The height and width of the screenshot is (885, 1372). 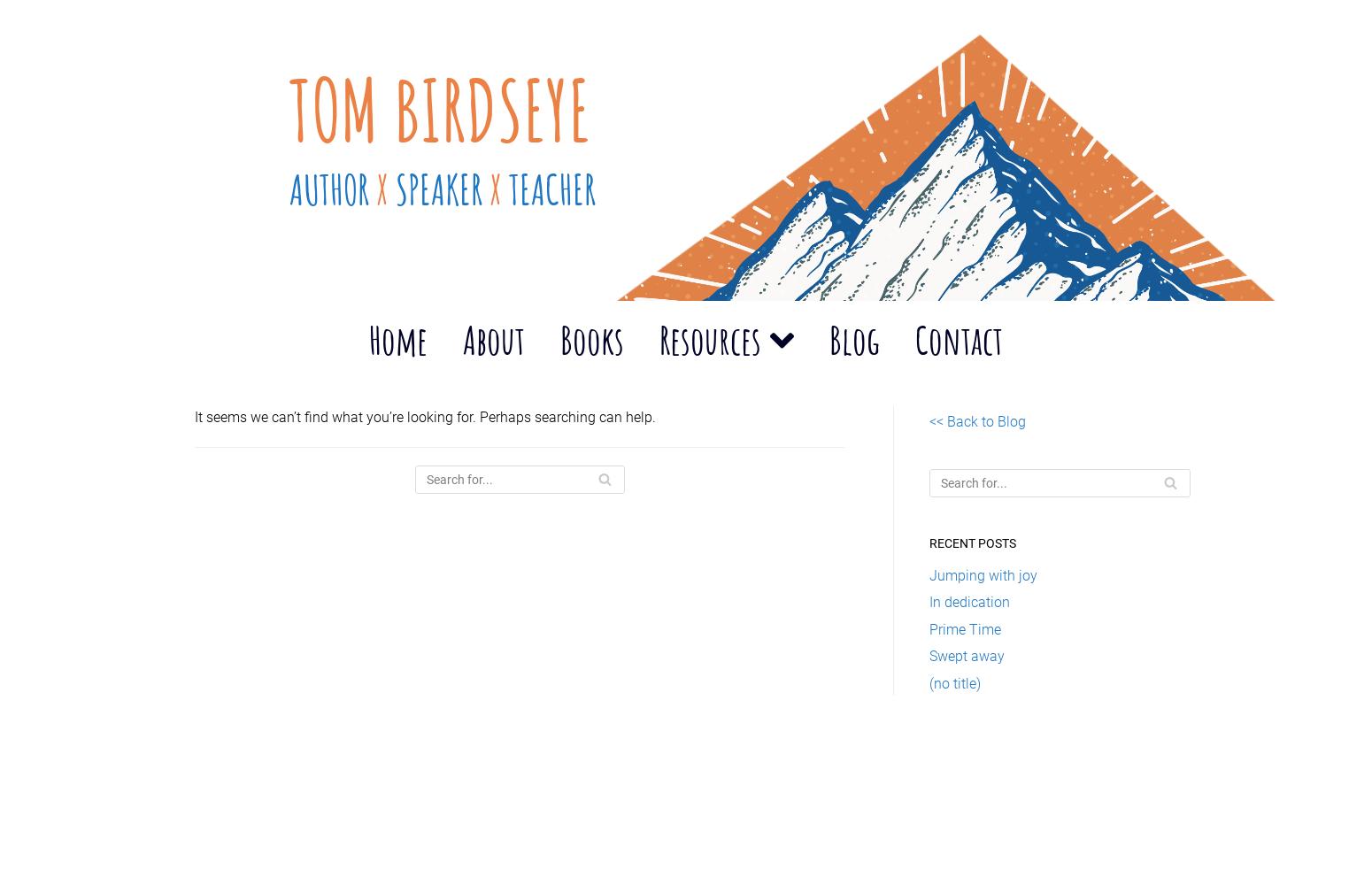 What do you see at coordinates (461, 339) in the screenshot?
I see `'About'` at bounding box center [461, 339].